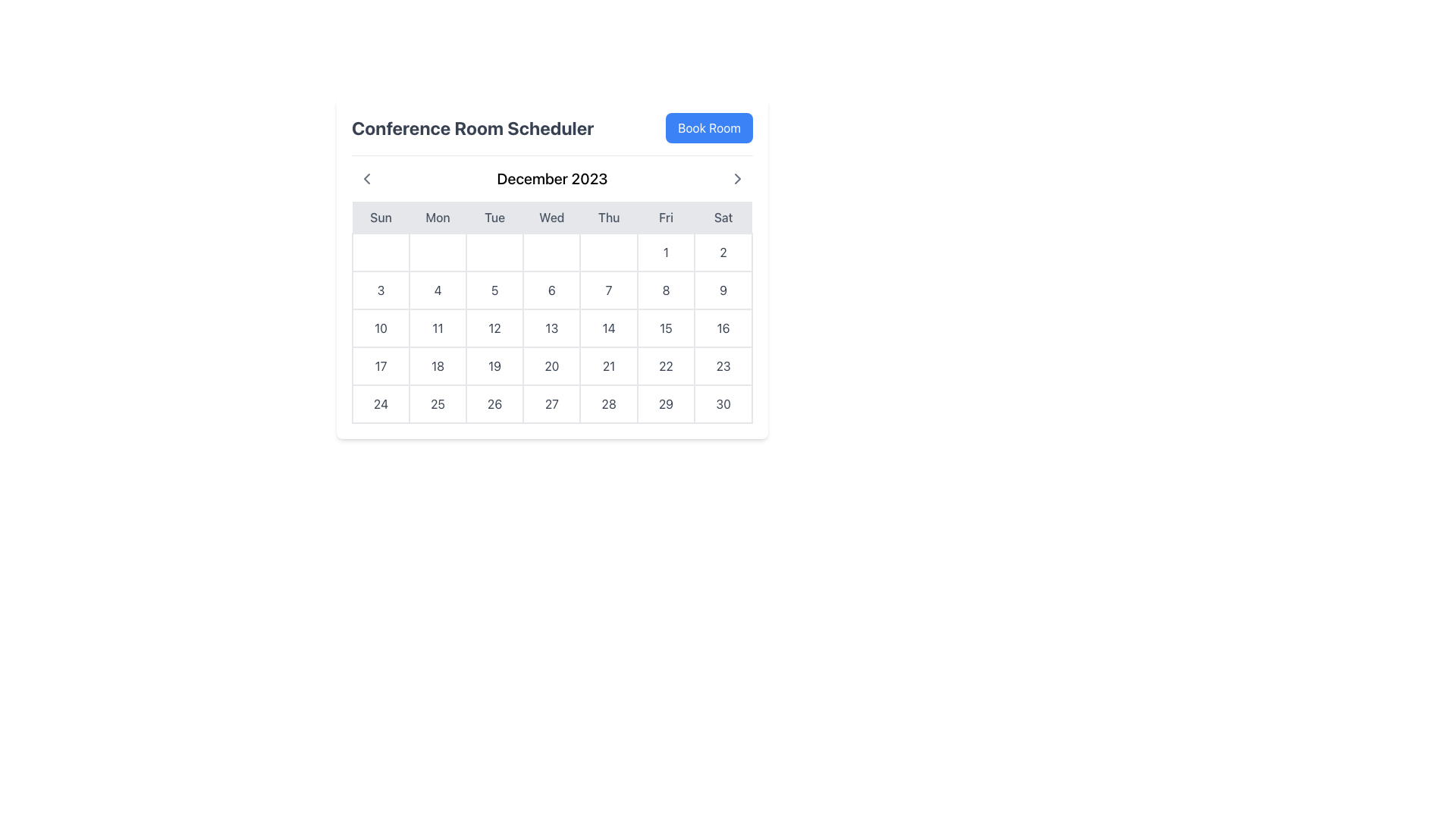 The image size is (1456, 819). What do you see at coordinates (609, 218) in the screenshot?
I see `the text label for the fifth day column in the weekly calendar grid, which is part of a horizontally aligned list starting with 'Sun'` at bounding box center [609, 218].